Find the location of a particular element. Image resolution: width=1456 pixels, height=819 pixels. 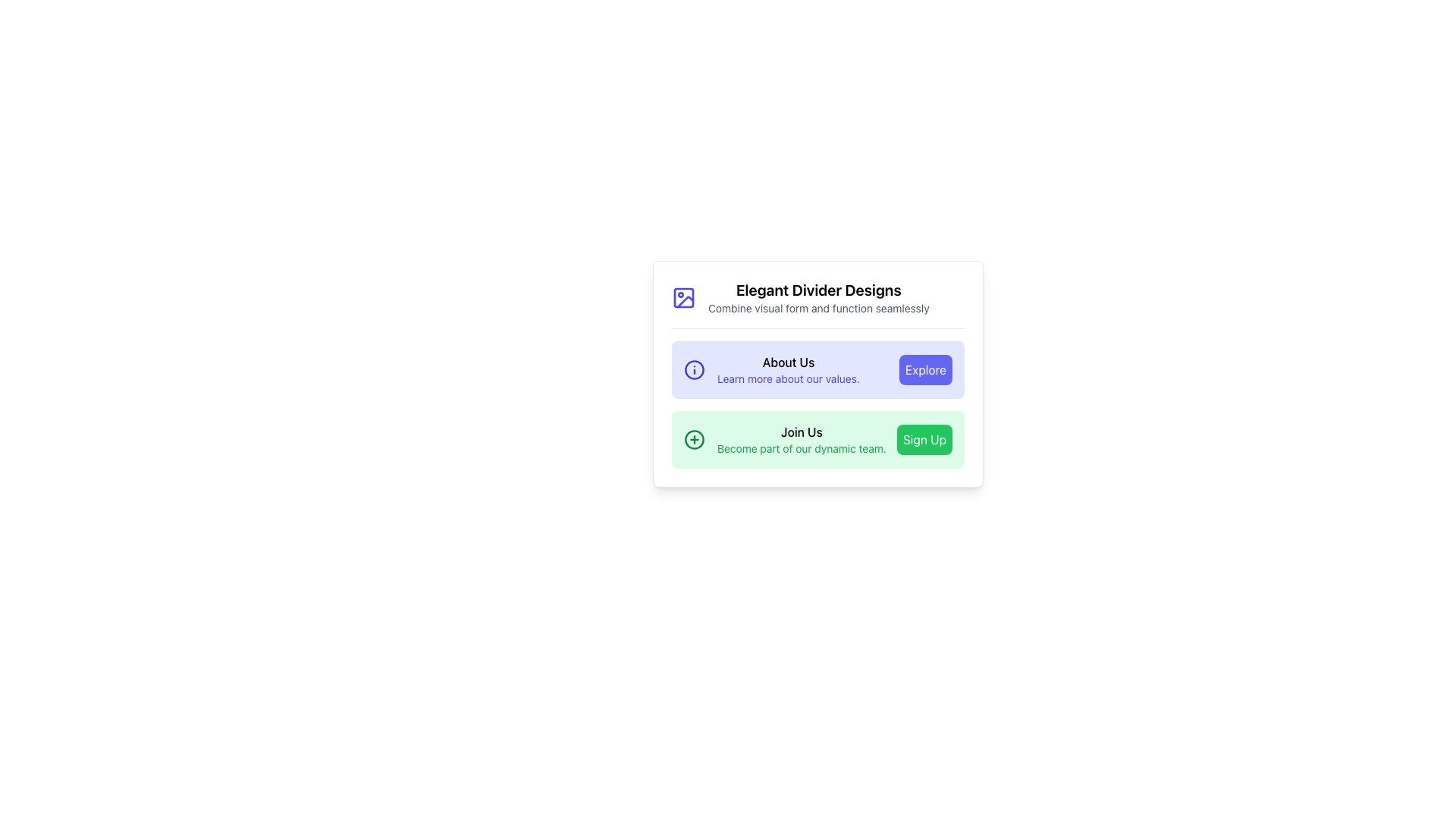

the informational caption located underneath the 'About Us' heading, which guides users to learn more about the content or theme is located at coordinates (789, 378).